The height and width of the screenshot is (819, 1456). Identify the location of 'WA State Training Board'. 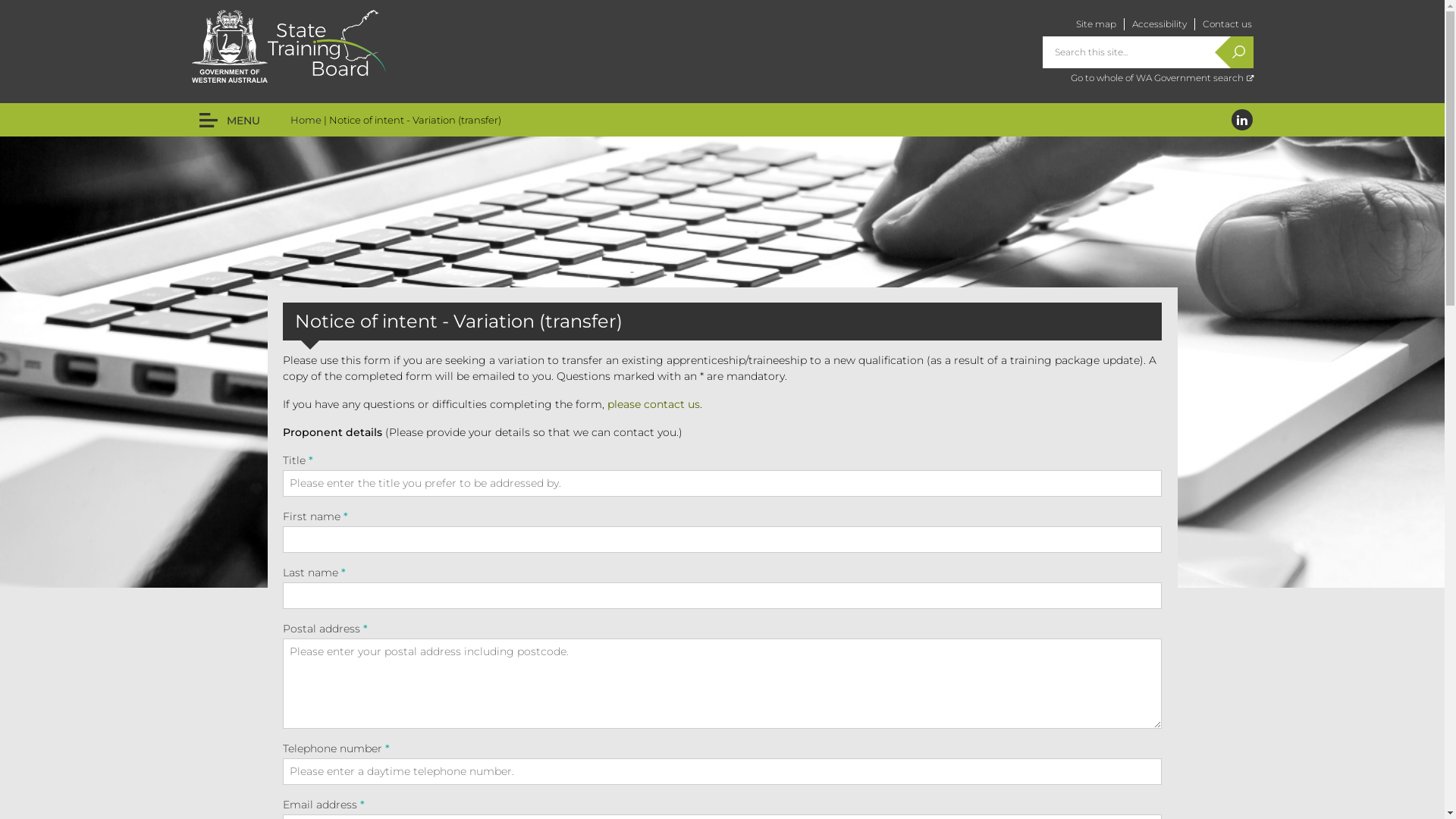
(325, 42).